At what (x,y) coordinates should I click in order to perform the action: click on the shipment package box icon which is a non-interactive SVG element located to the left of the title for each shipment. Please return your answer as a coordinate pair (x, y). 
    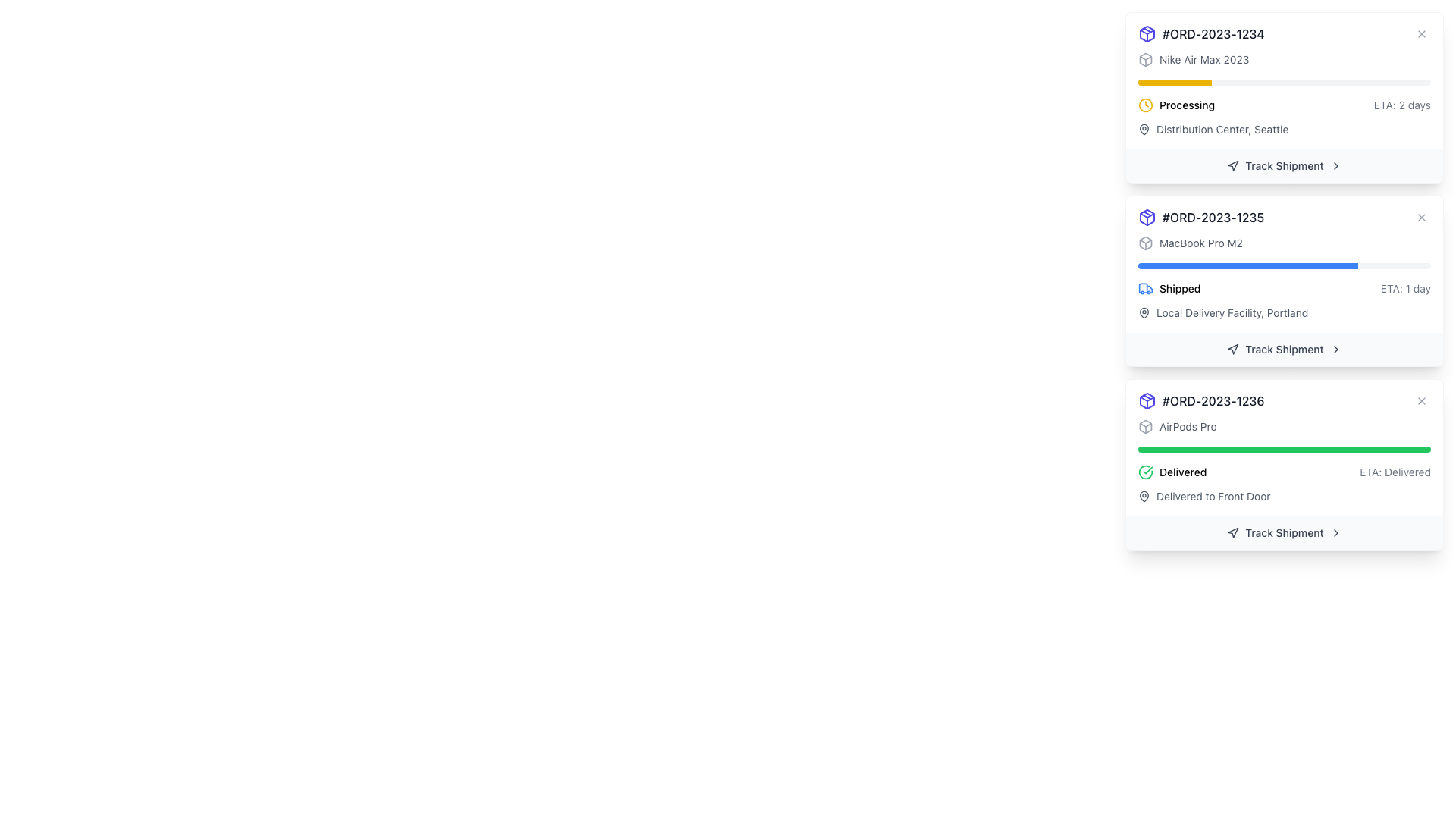
    Looking at the image, I should click on (1147, 217).